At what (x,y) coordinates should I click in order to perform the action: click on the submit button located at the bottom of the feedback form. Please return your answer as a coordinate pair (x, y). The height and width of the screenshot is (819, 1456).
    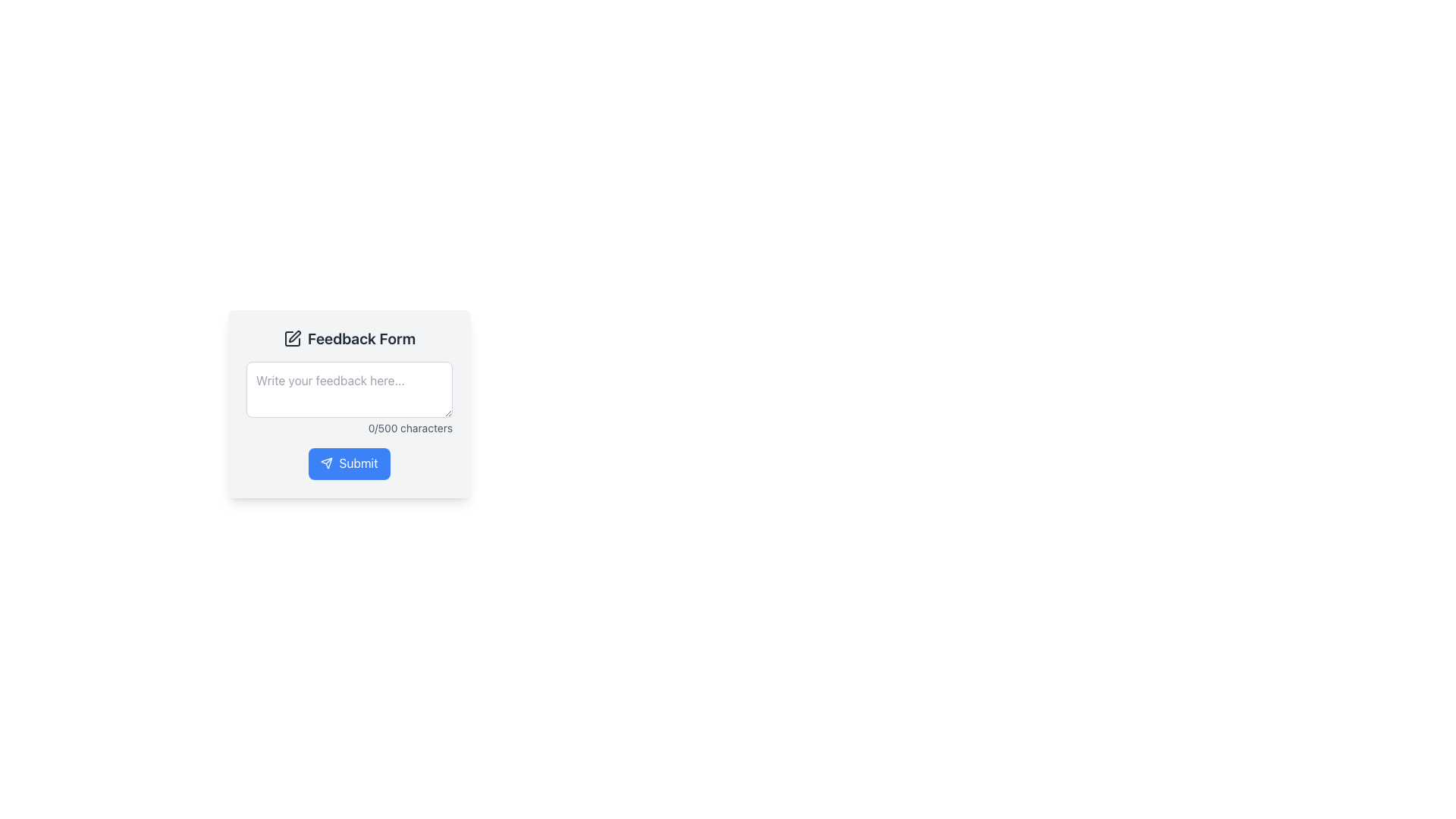
    Looking at the image, I should click on (348, 463).